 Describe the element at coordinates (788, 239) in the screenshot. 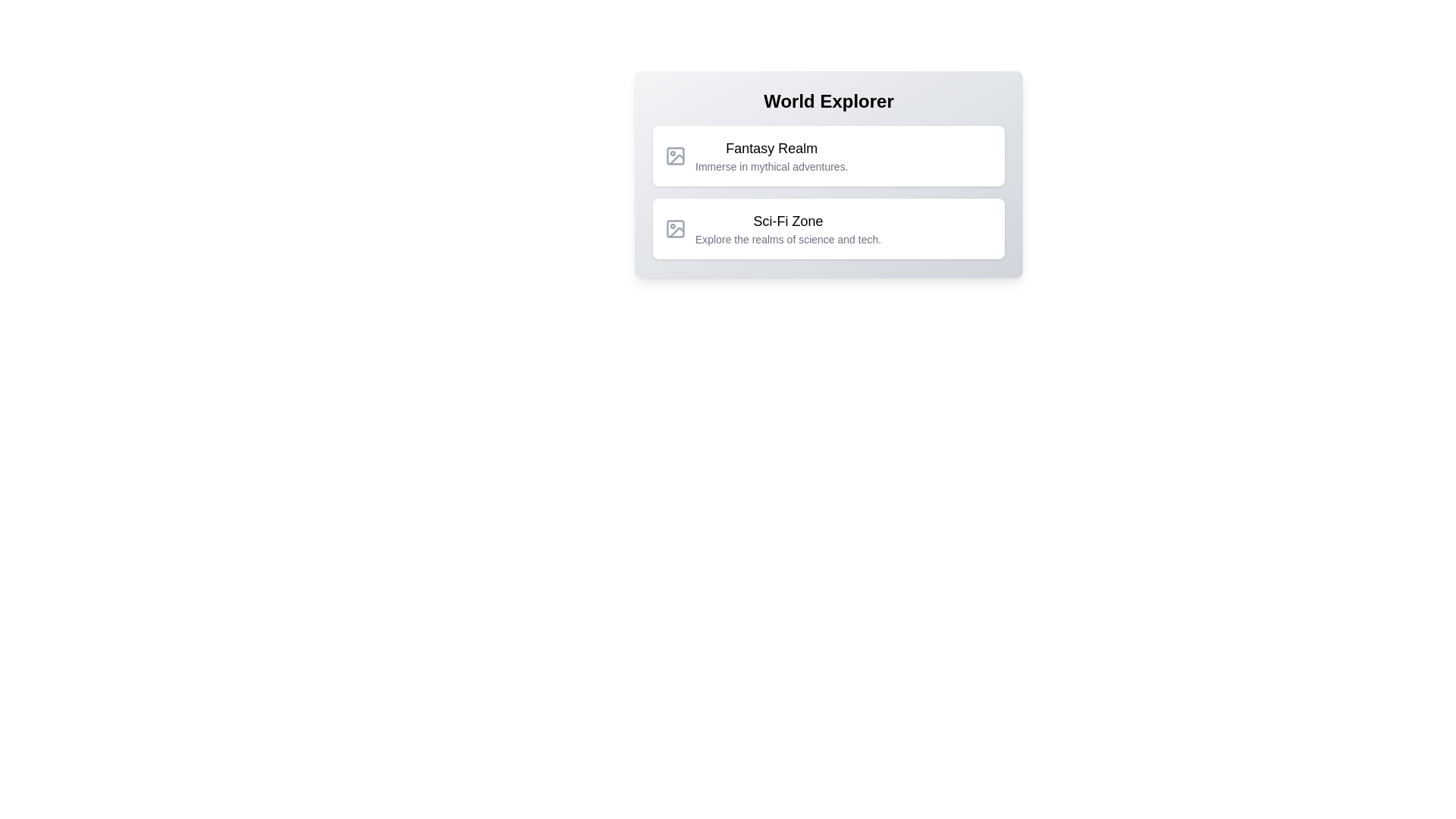

I see `the text label element that reads 'Explore the realms of science and tech.', which is positioned directly below the 'Sci-Fi Zone' title within the second card of a vertical stack` at that location.